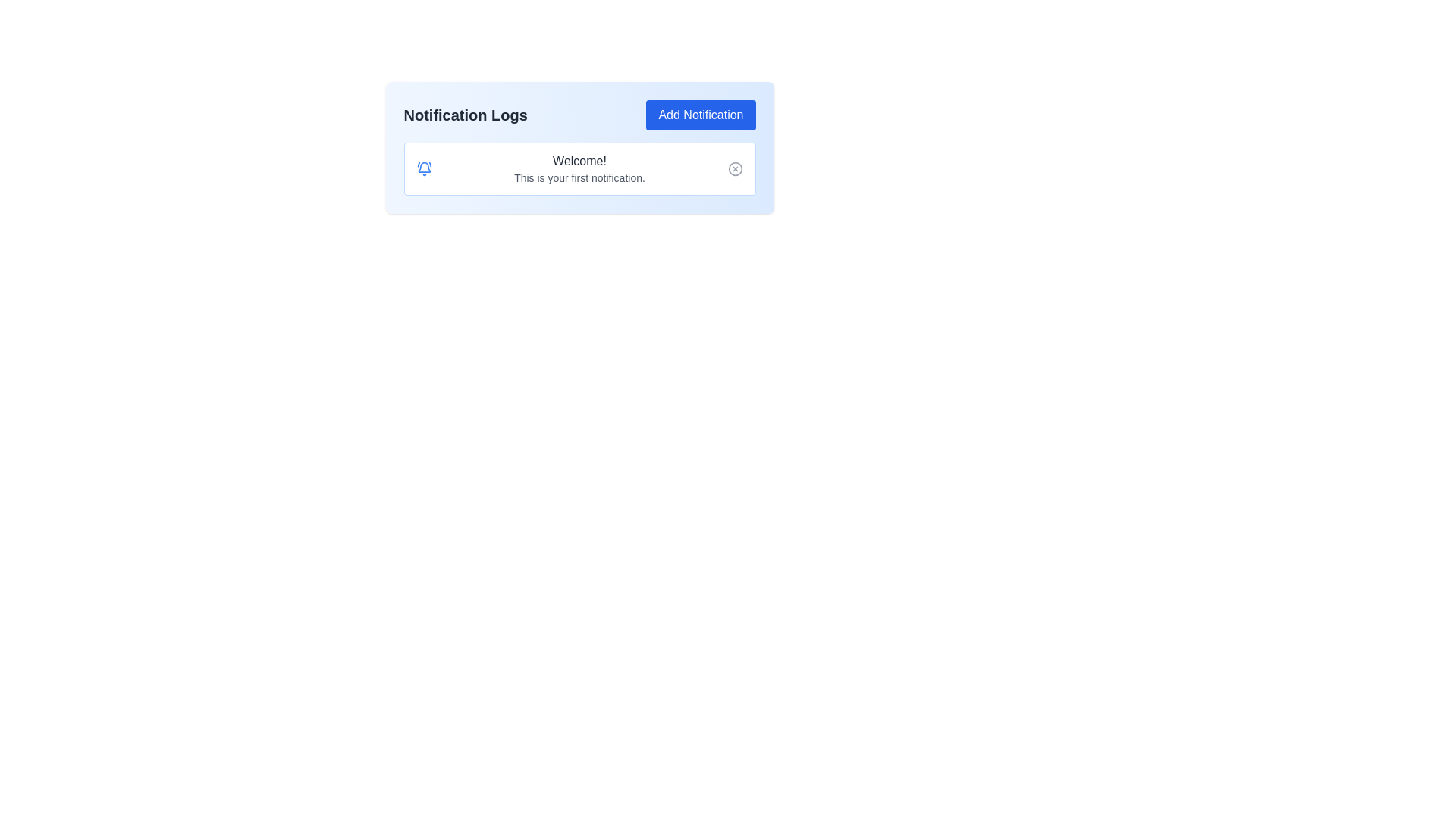 The image size is (1456, 819). I want to click on the blue button labeled 'Add Notification' located at the top-right of the 'Notification Logs' section to initiate an action, so click(700, 114).